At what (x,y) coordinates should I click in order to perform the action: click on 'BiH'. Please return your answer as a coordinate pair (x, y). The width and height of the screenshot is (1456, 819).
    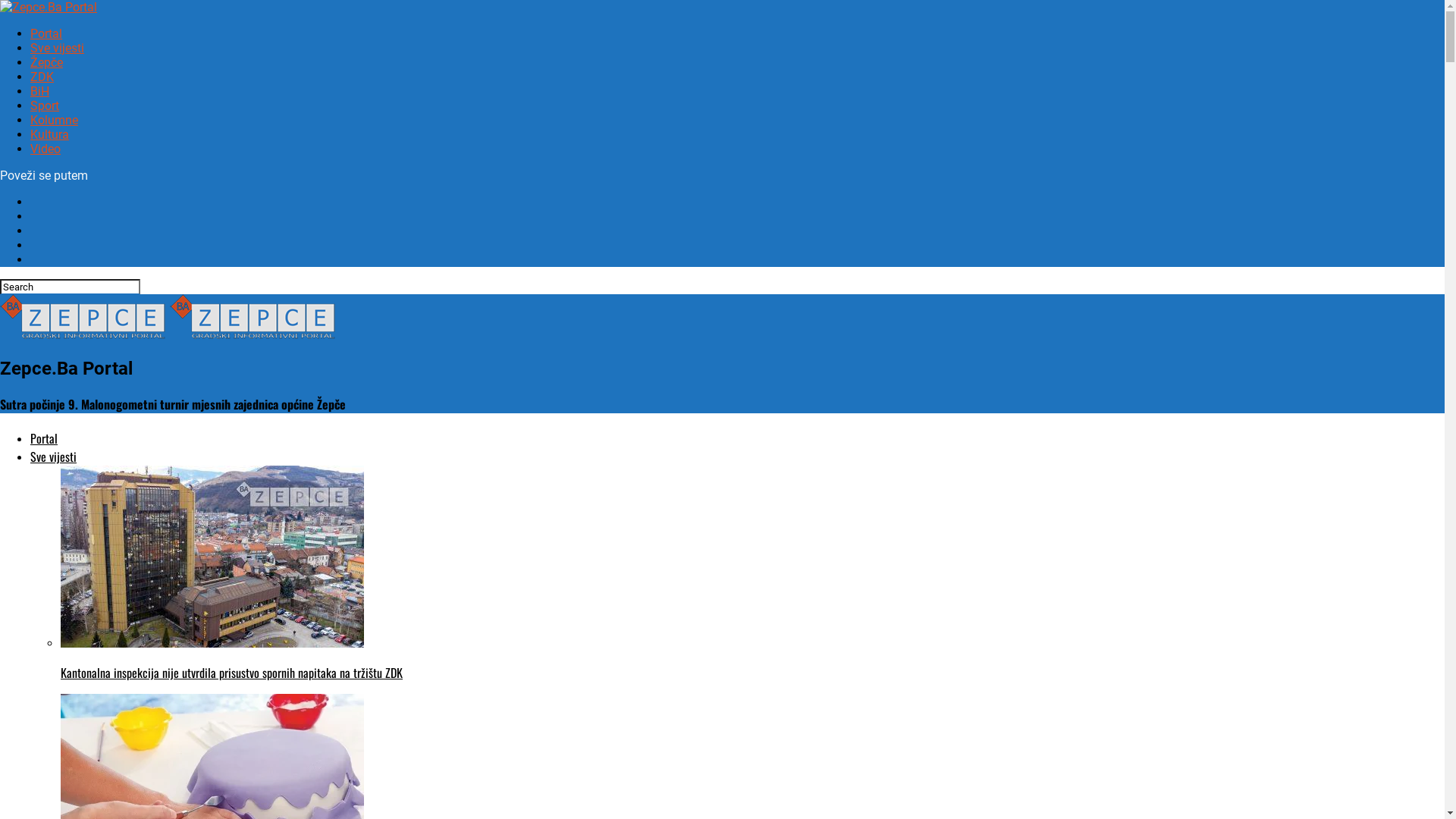
    Looking at the image, I should click on (39, 91).